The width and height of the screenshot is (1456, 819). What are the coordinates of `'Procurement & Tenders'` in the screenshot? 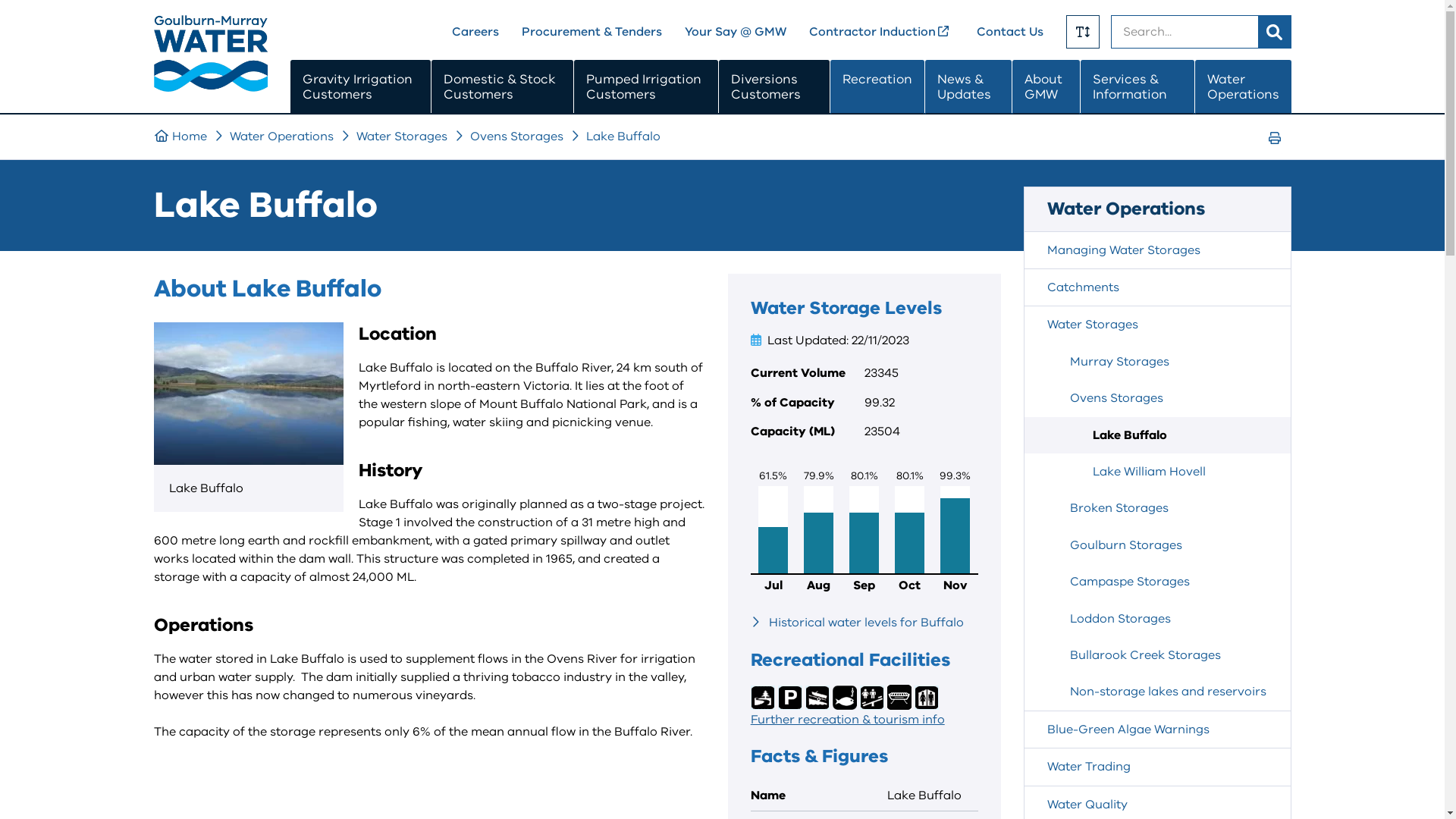 It's located at (591, 32).